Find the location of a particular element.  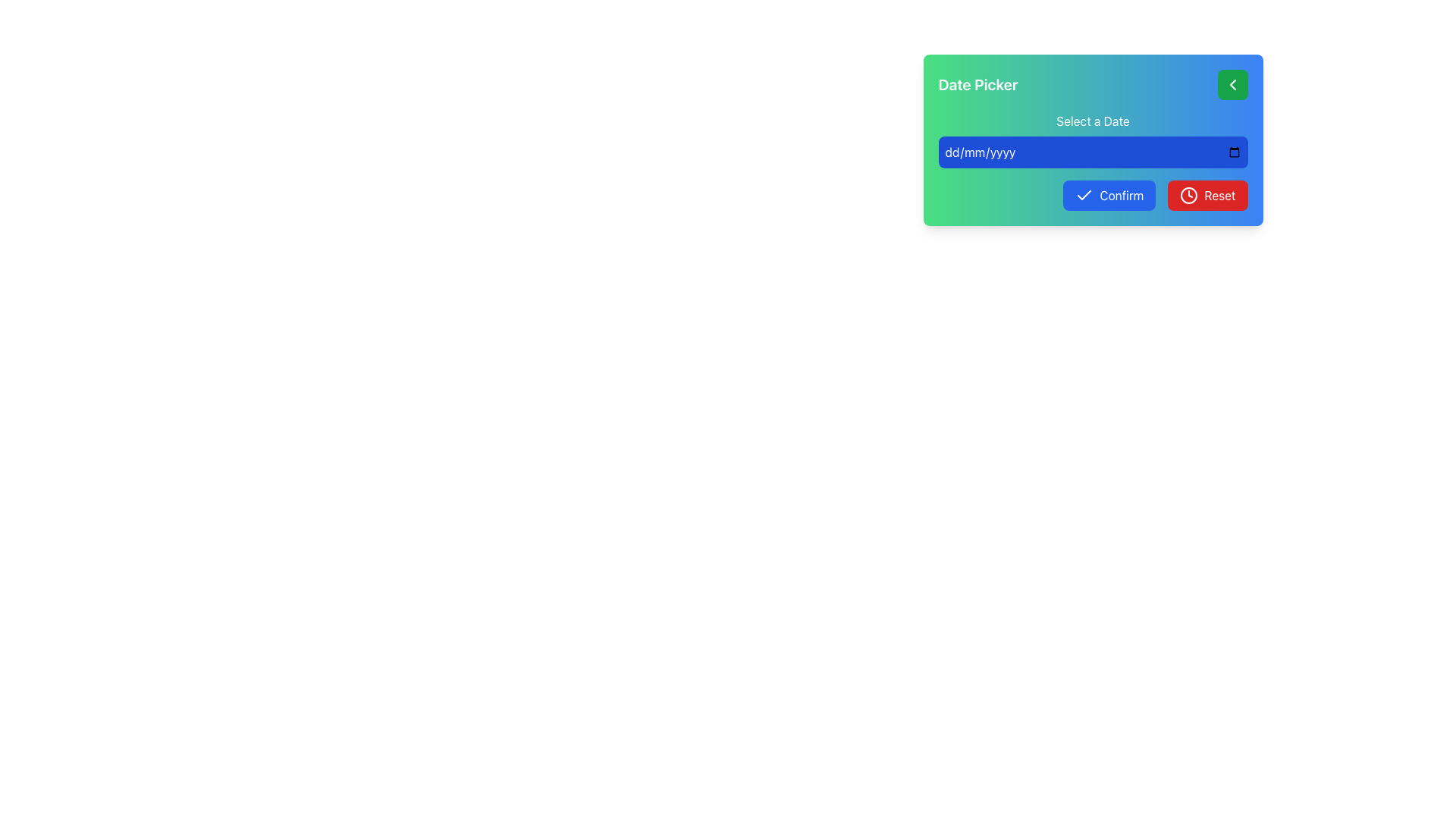

the confirmation button located in the bottom-right section of the dialog box to confirm the action is located at coordinates (1109, 195).